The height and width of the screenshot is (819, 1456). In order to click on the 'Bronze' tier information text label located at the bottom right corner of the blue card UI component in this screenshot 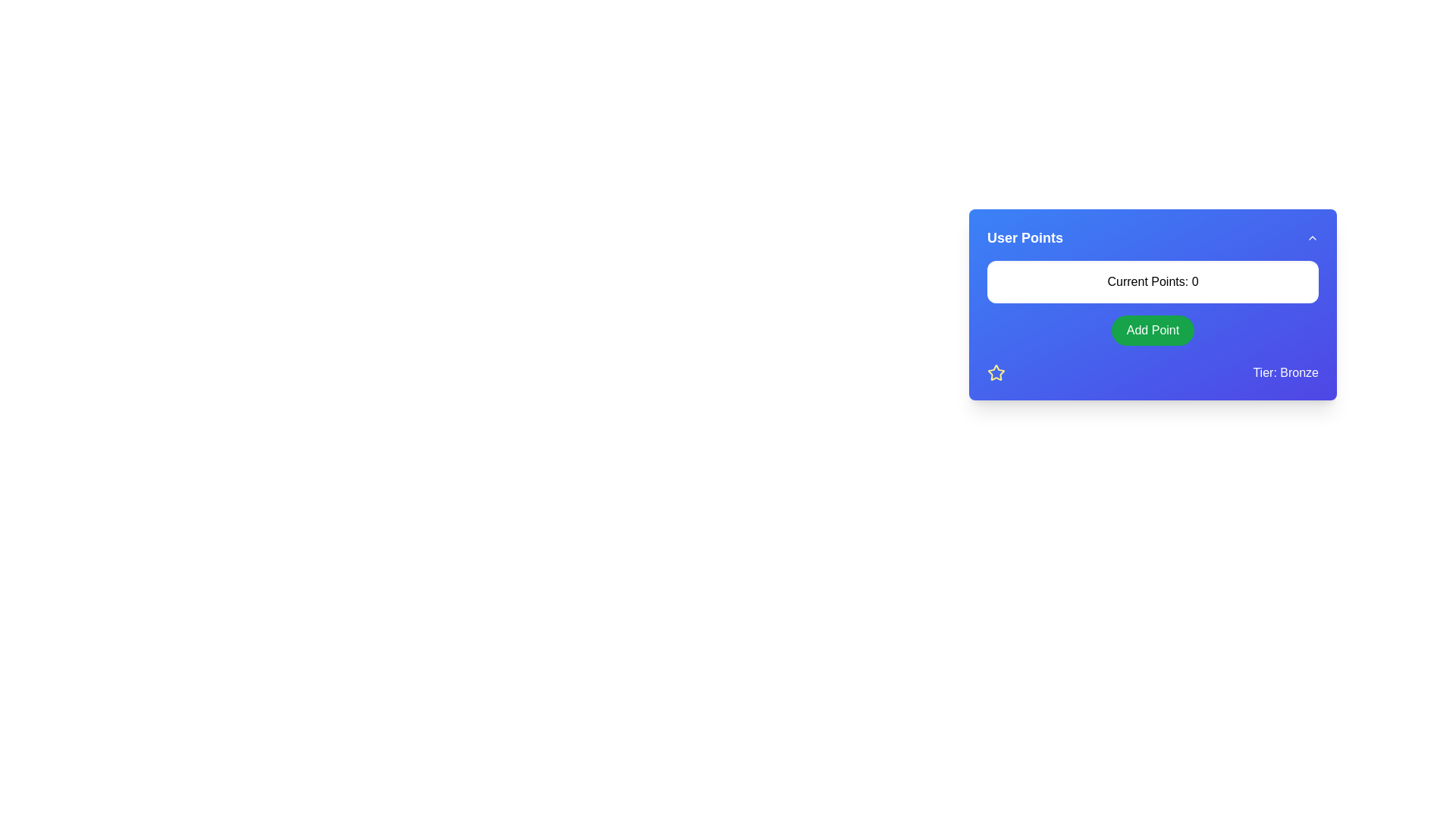, I will do `click(1285, 373)`.